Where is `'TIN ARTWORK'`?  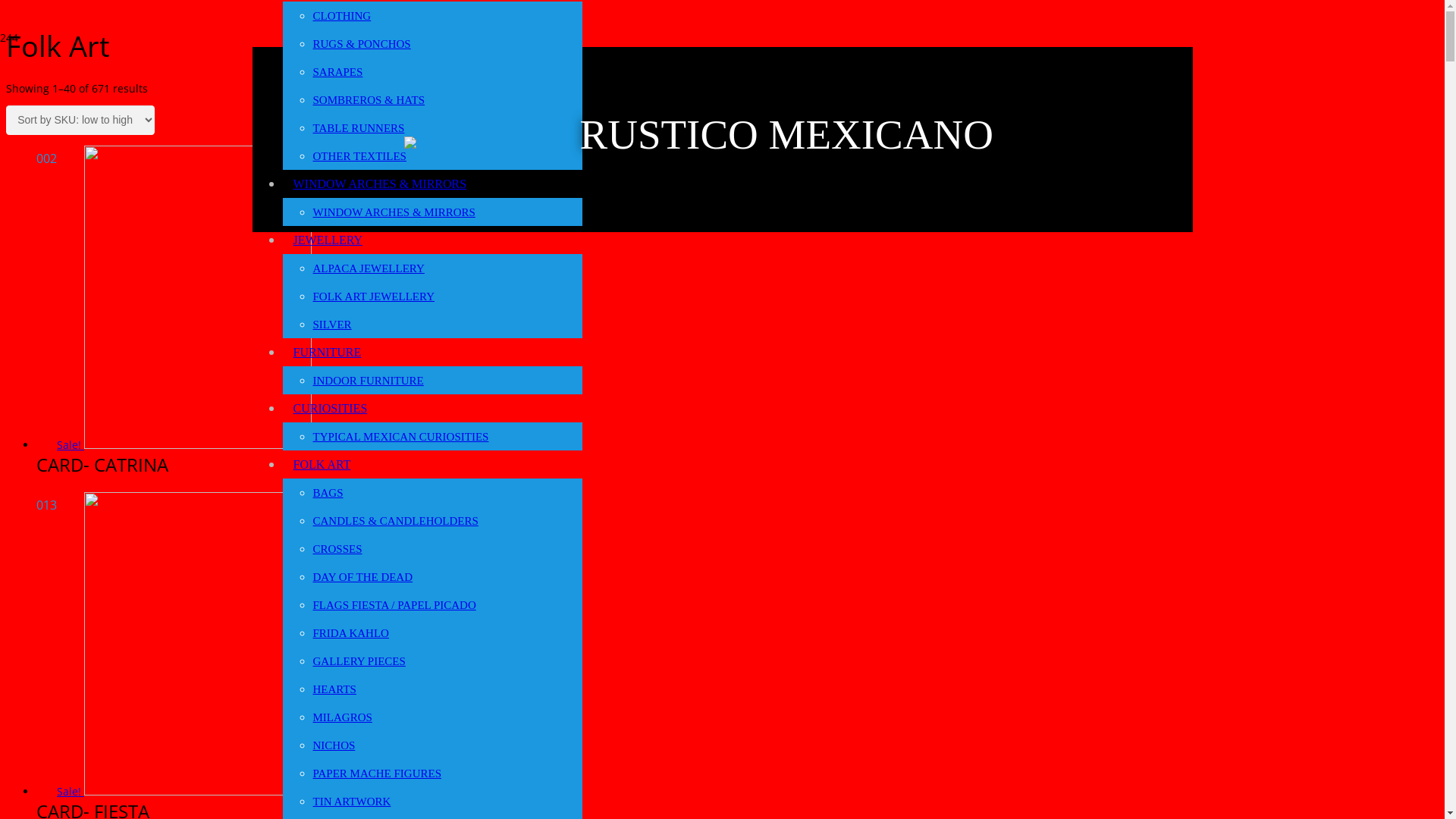
'TIN ARTWORK' is located at coordinates (350, 800).